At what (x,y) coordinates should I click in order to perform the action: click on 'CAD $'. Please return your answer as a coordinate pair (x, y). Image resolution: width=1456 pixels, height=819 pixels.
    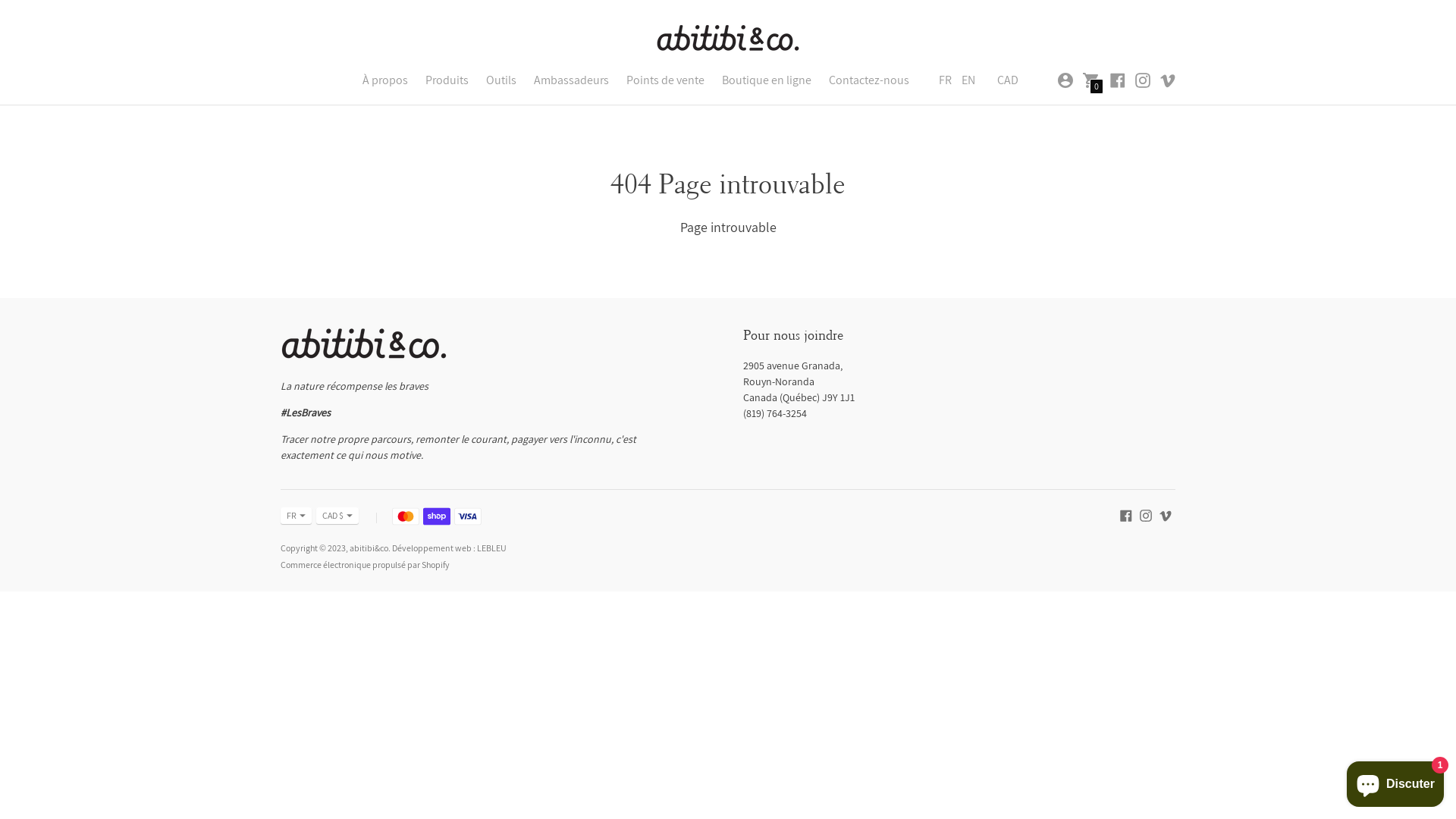
    Looking at the image, I should click on (337, 514).